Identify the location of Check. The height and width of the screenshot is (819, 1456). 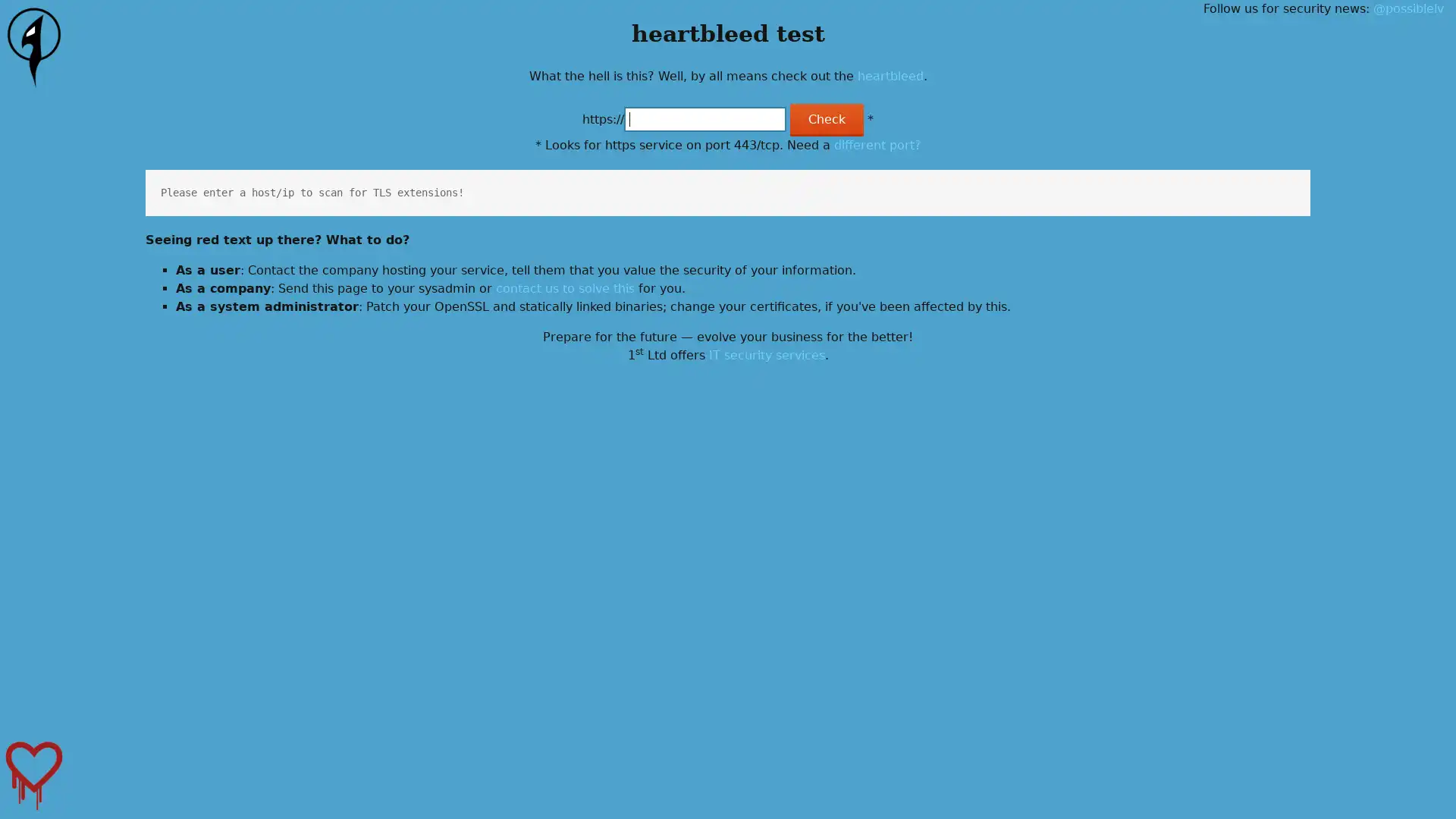
(829, 120).